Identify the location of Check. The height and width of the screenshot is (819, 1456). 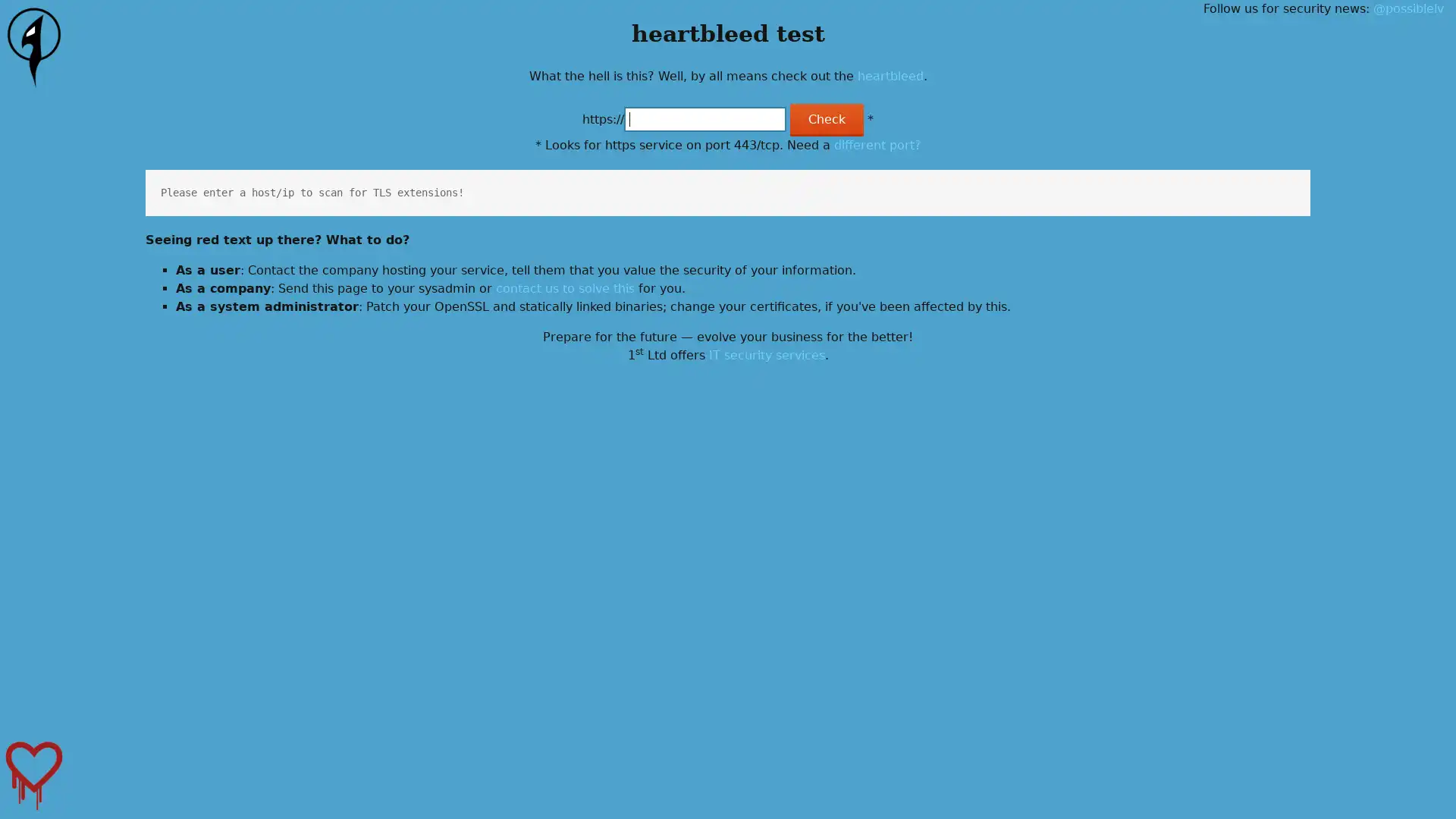
(829, 120).